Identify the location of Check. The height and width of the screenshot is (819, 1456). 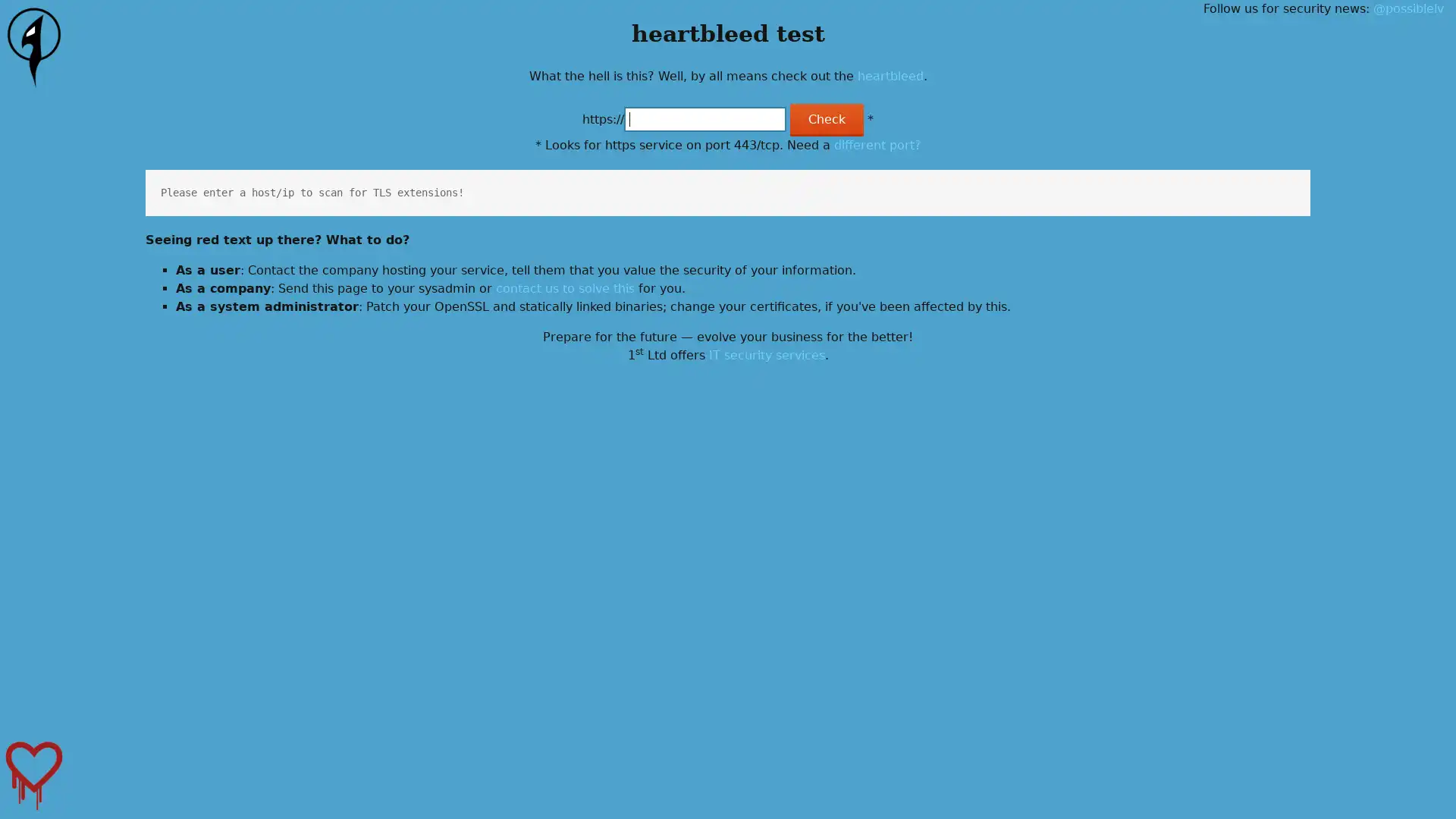
(829, 120).